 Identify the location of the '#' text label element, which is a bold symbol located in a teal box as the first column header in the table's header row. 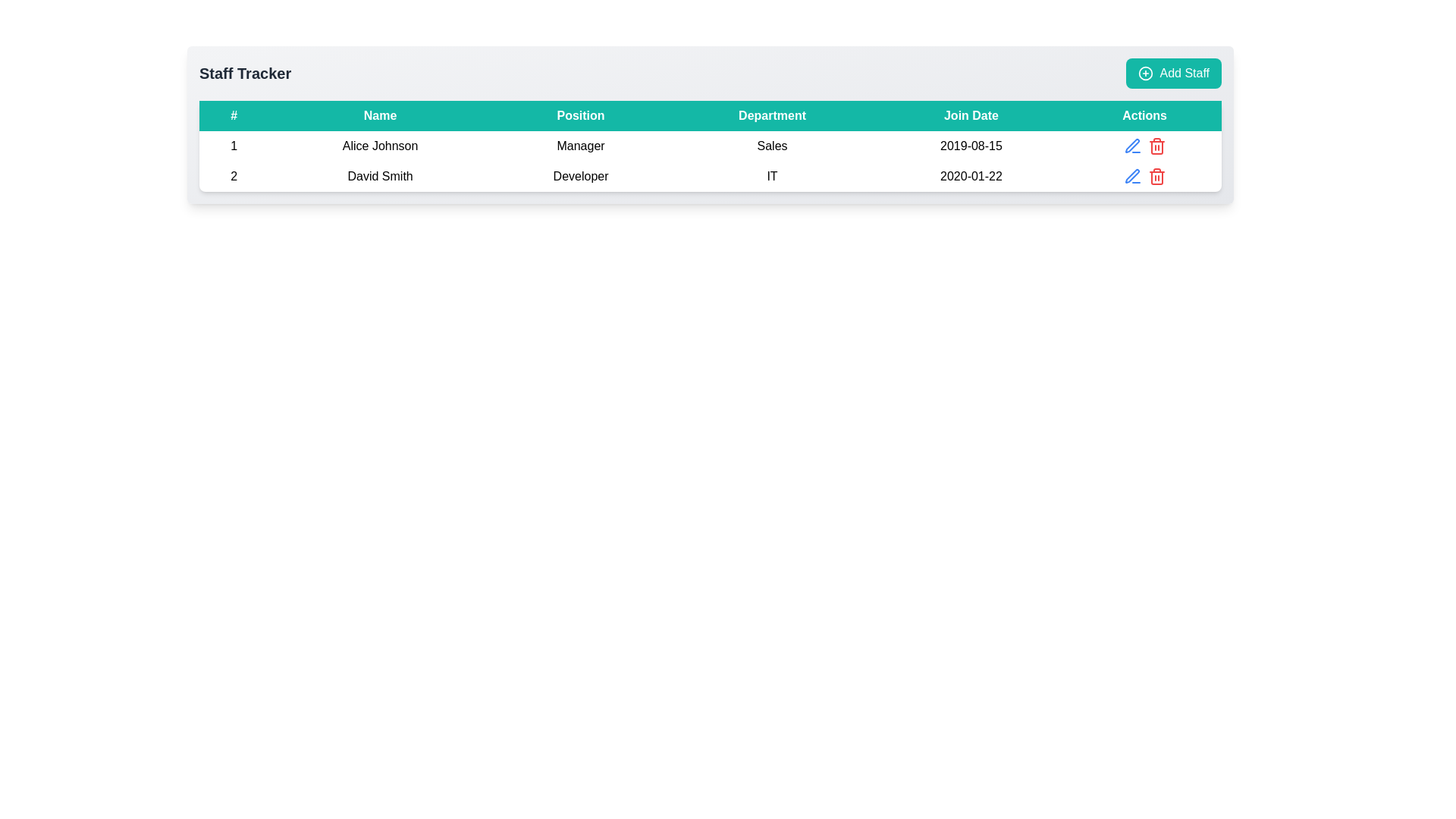
(233, 115).